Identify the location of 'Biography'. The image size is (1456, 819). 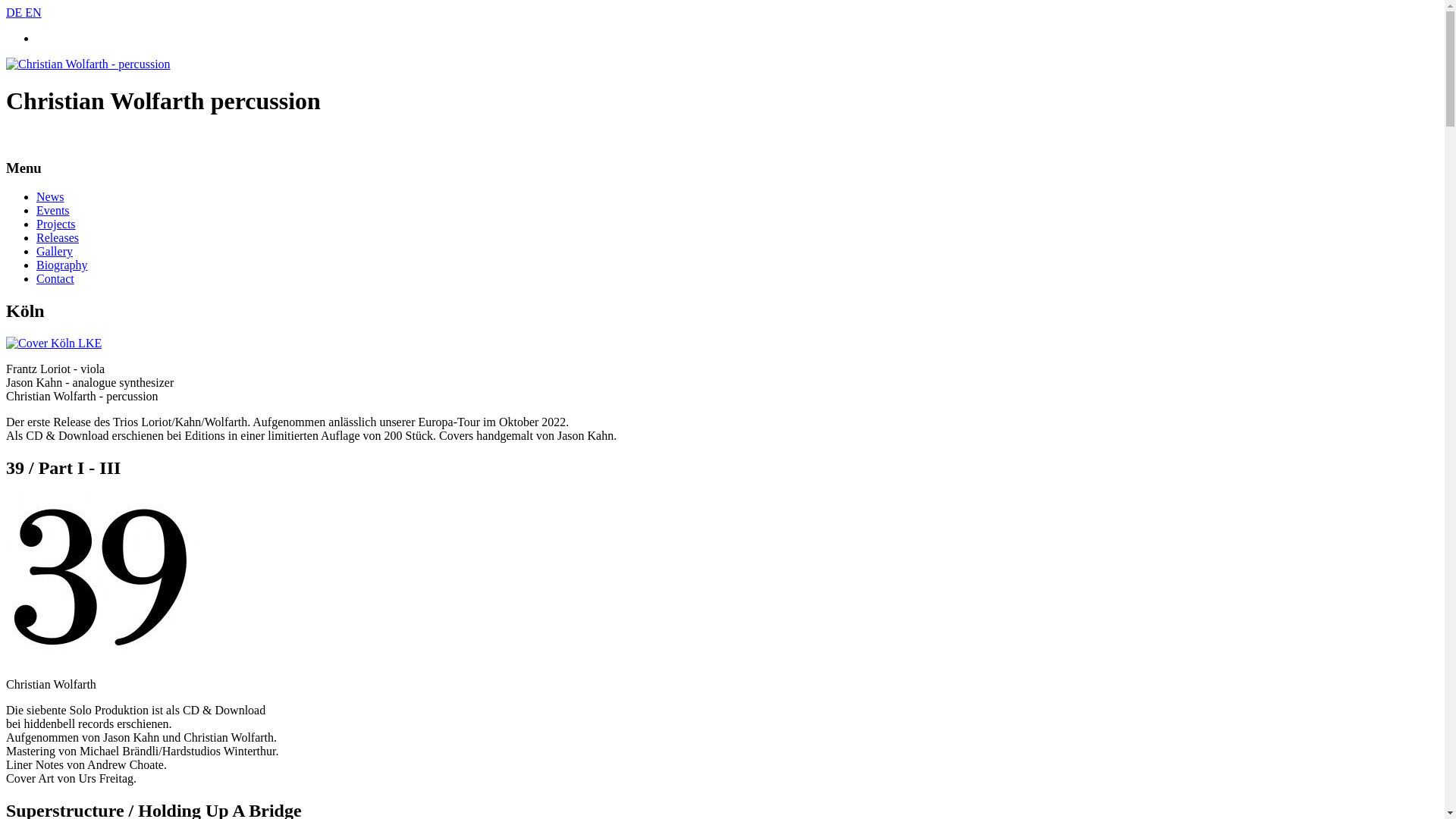
(36, 264).